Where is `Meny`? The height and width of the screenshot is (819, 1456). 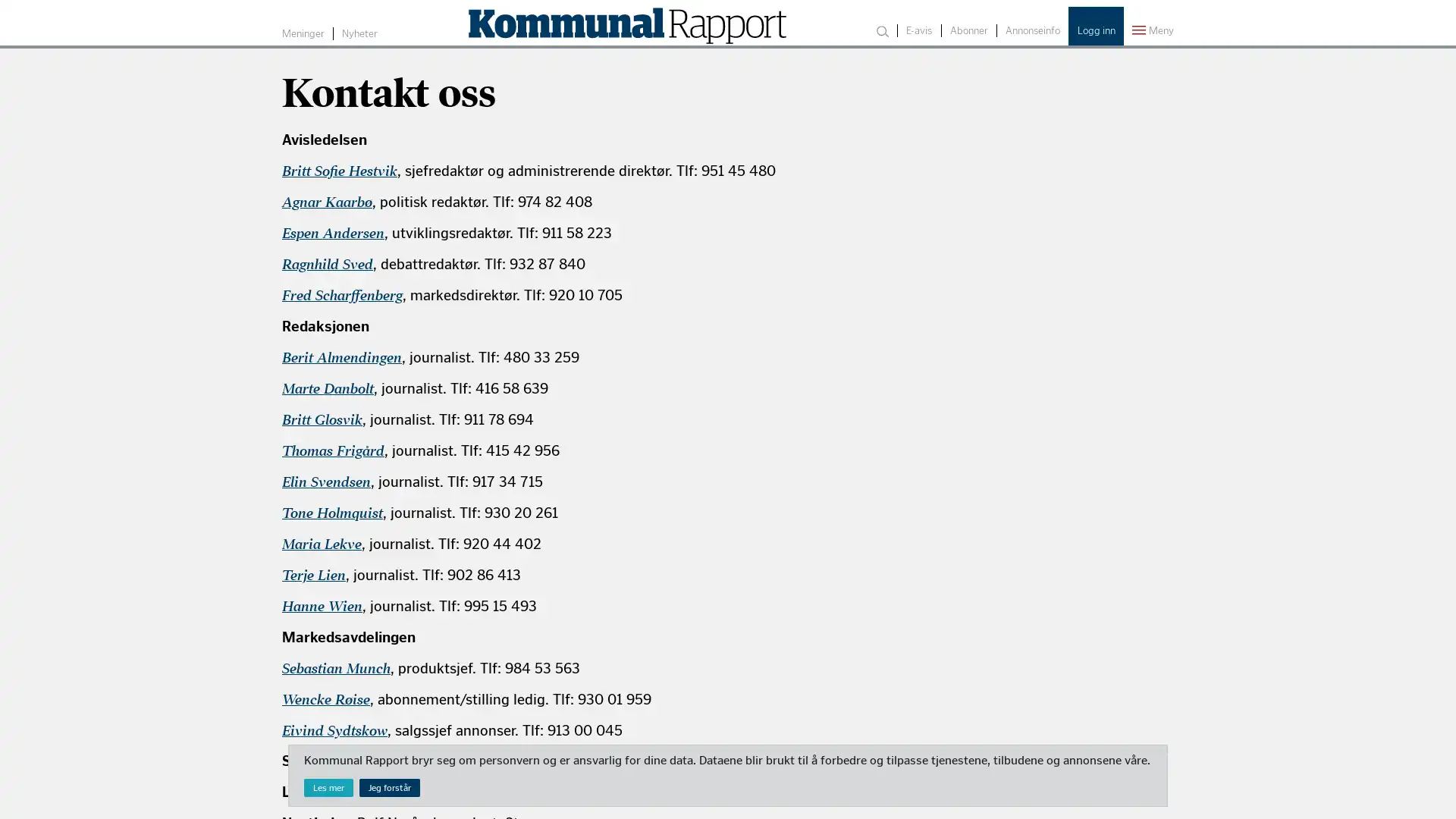
Meny is located at coordinates (1147, 32).